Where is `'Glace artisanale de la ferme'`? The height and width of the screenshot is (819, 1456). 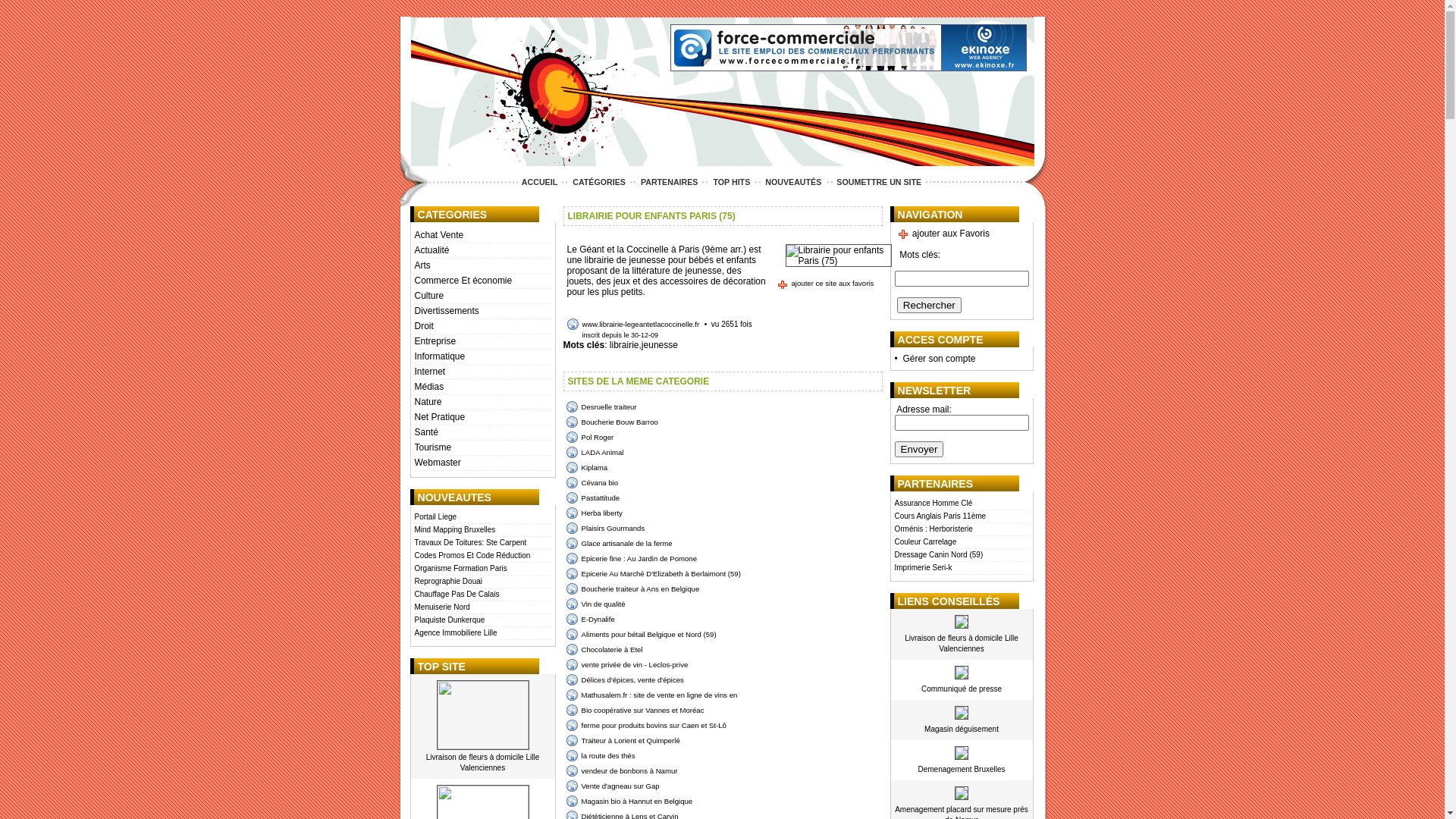
'Glace artisanale de la ferme' is located at coordinates (619, 542).